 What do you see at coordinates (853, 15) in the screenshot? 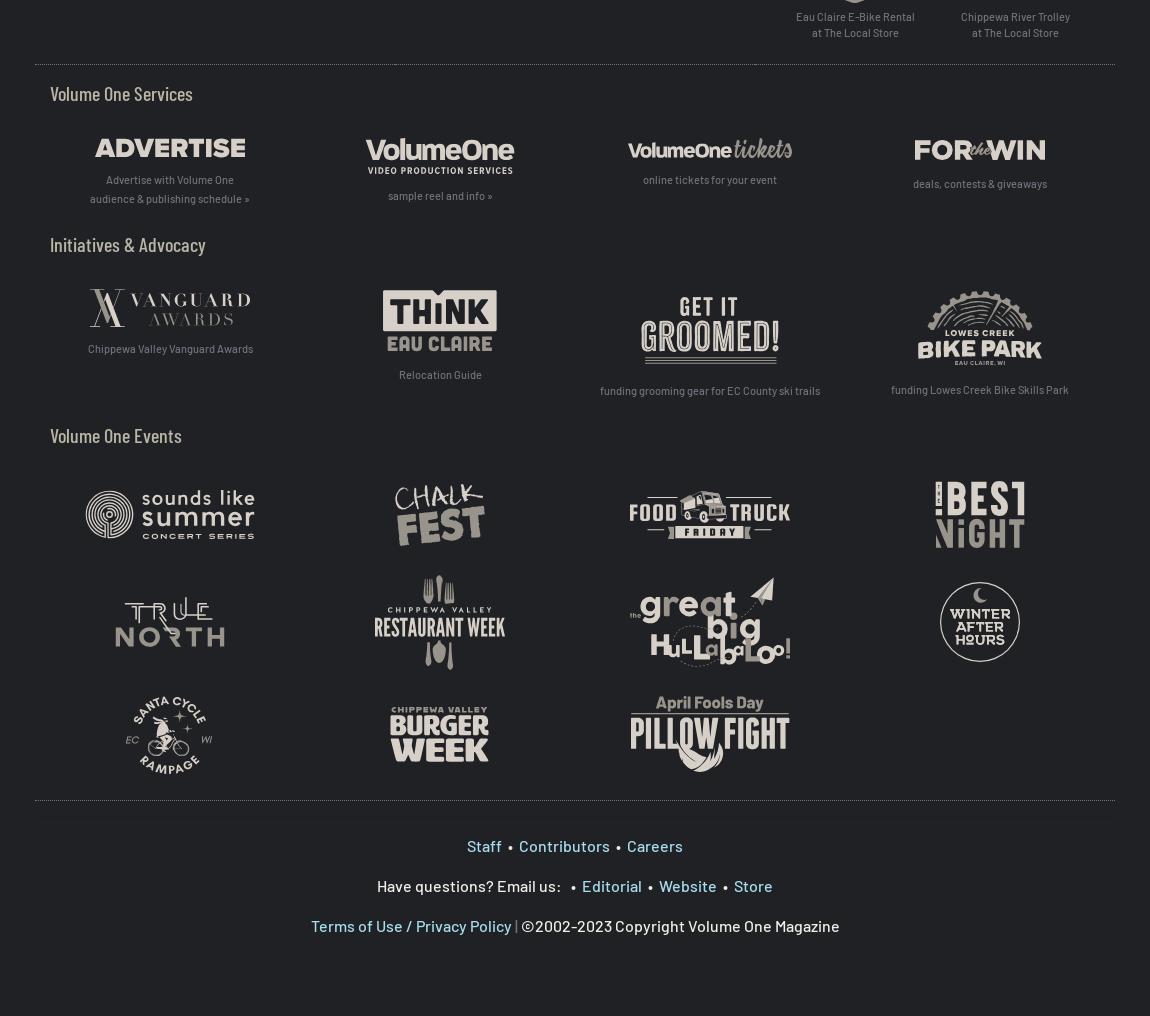
I see `'Eau Claire E-Bike Rental'` at bounding box center [853, 15].